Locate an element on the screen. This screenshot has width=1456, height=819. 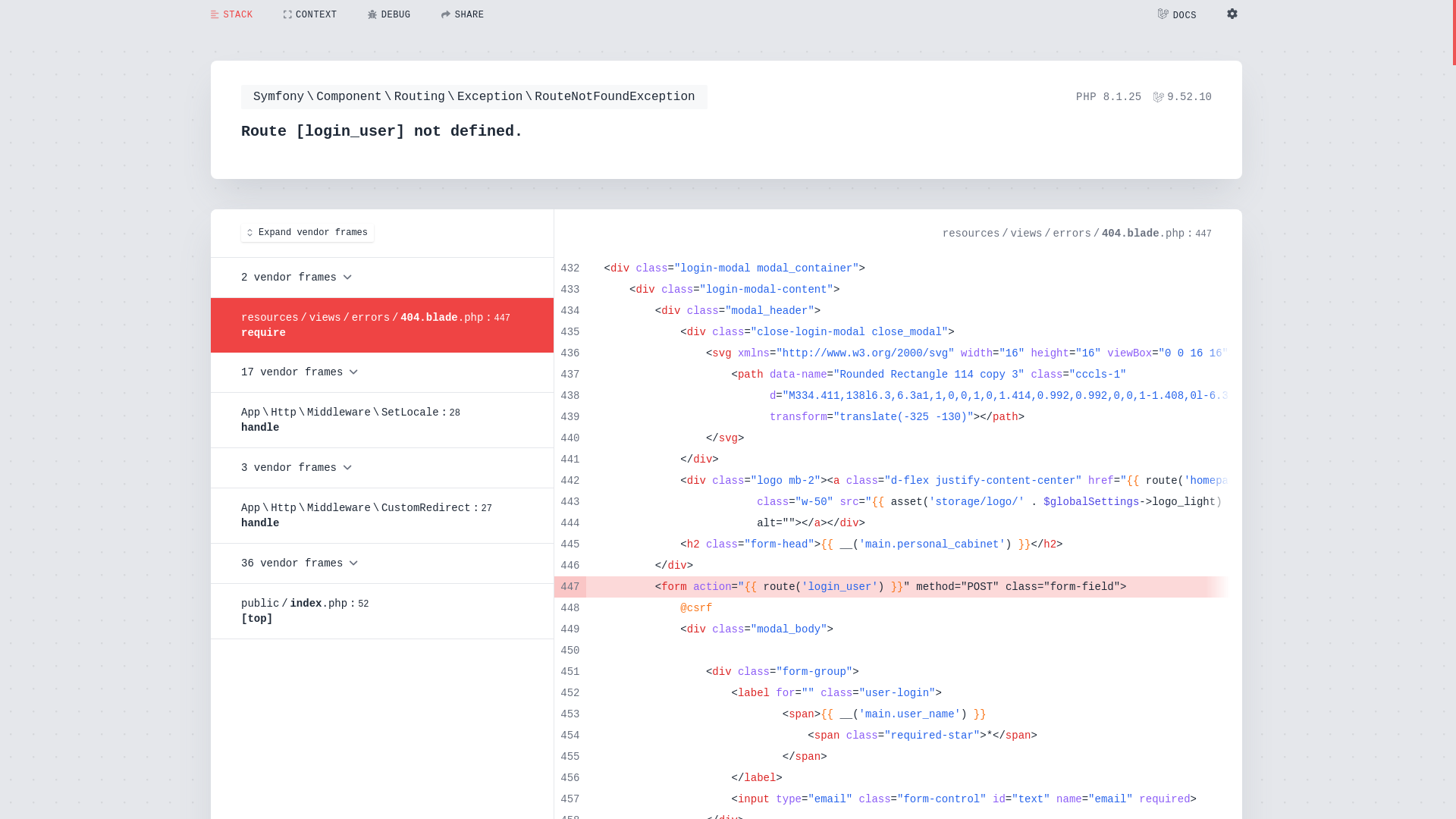
'Expand vendor frames' is located at coordinates (306, 233).